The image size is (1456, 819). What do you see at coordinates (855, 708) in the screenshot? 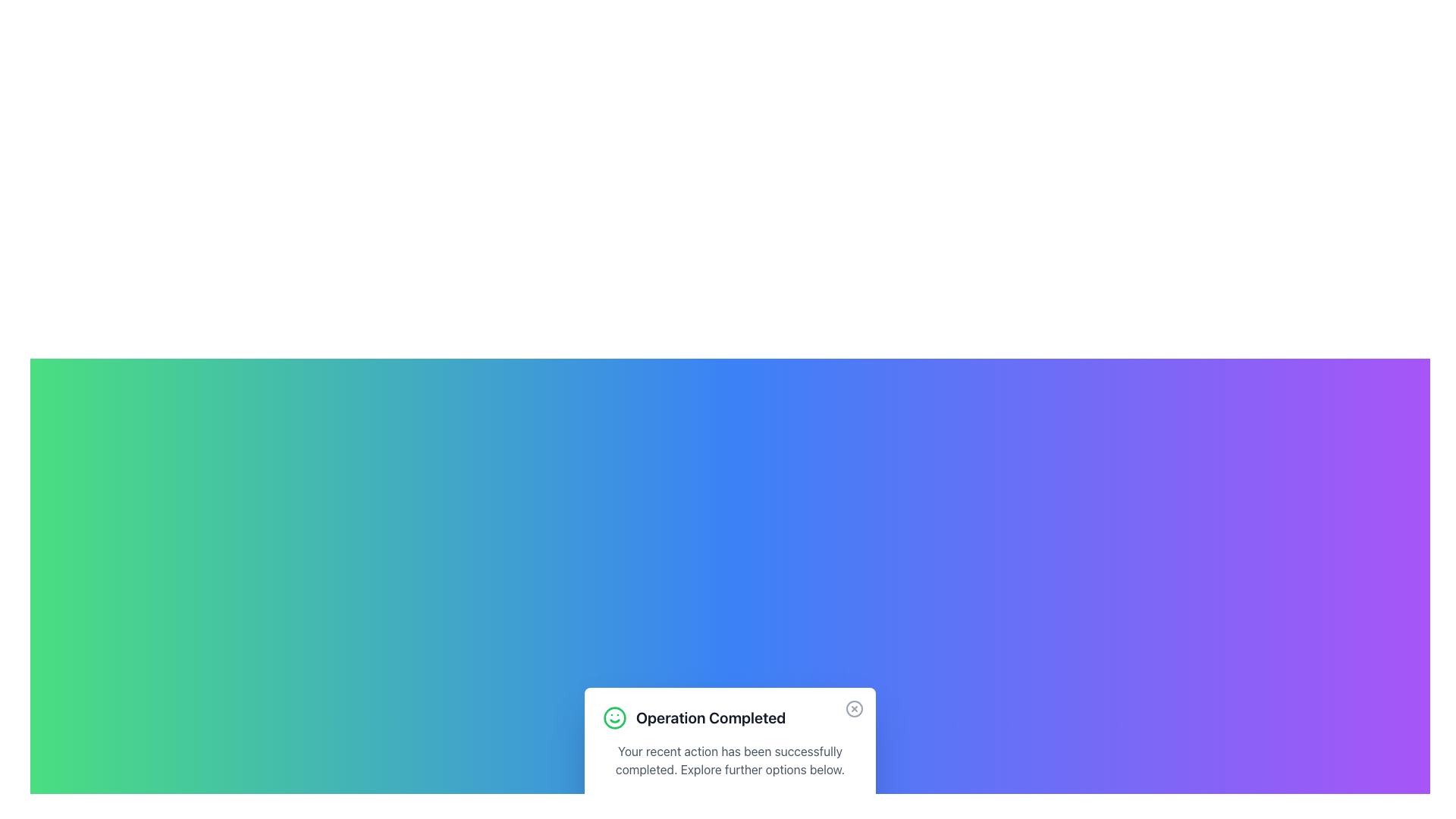
I see `the hollow circle close button icon located at the top-right corner of the notification card, which is part of an SVG graphic element` at bounding box center [855, 708].